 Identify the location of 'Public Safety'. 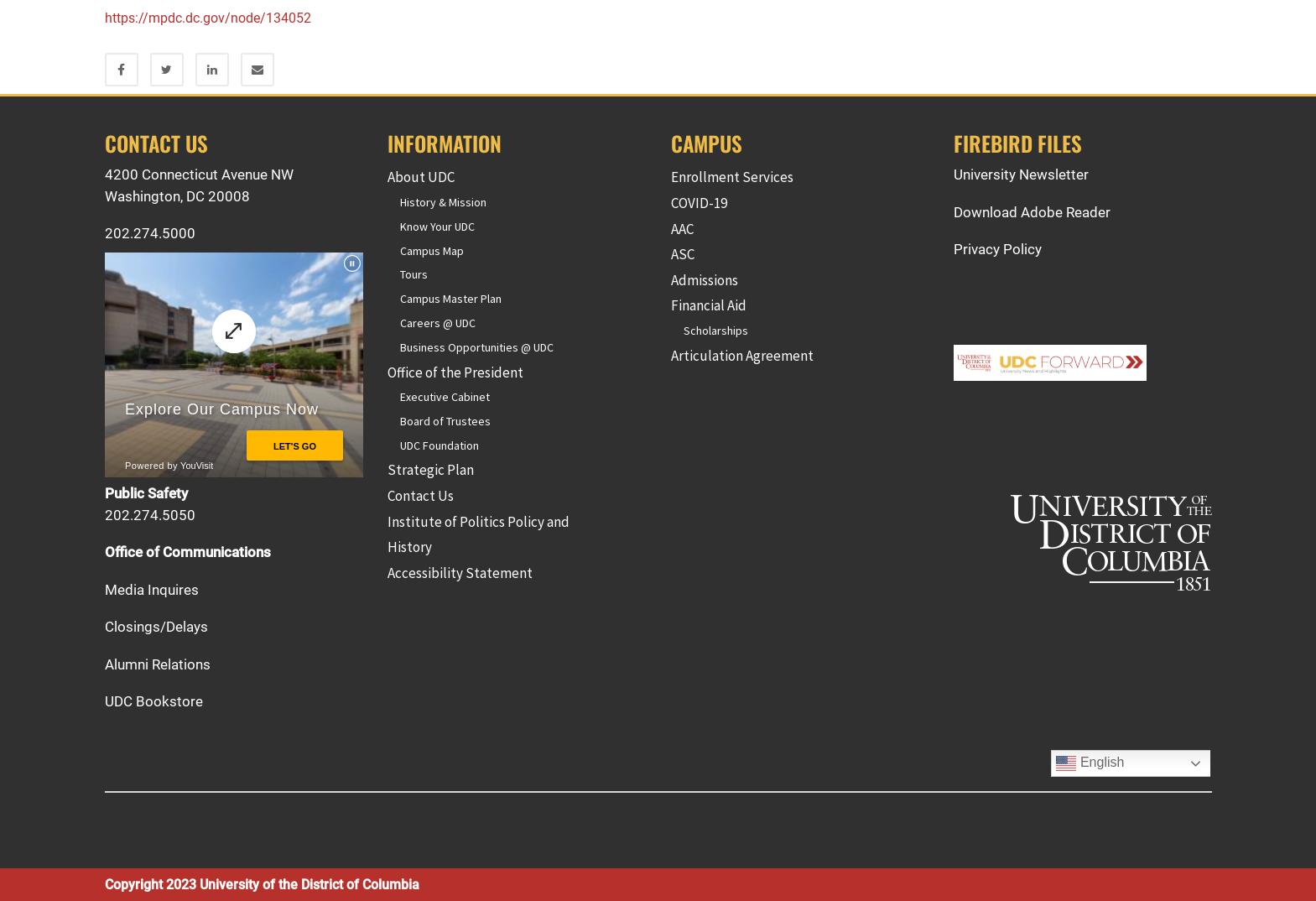
(102, 492).